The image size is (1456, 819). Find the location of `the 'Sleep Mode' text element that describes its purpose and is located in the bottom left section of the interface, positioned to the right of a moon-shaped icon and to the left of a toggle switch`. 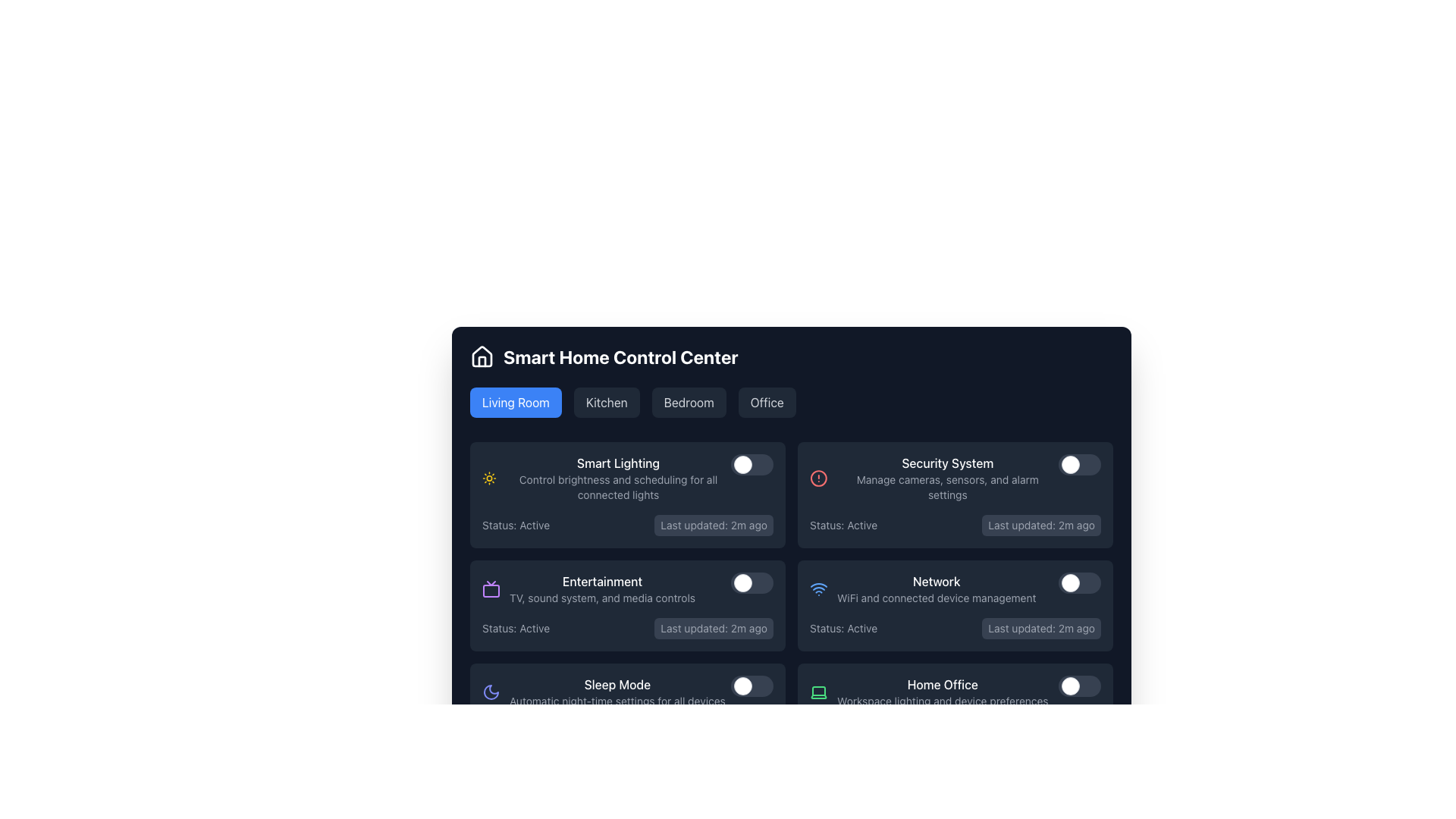

the 'Sleep Mode' text element that describes its purpose and is located in the bottom left section of the interface, positioned to the right of a moon-shaped icon and to the left of a toggle switch is located at coordinates (617, 692).